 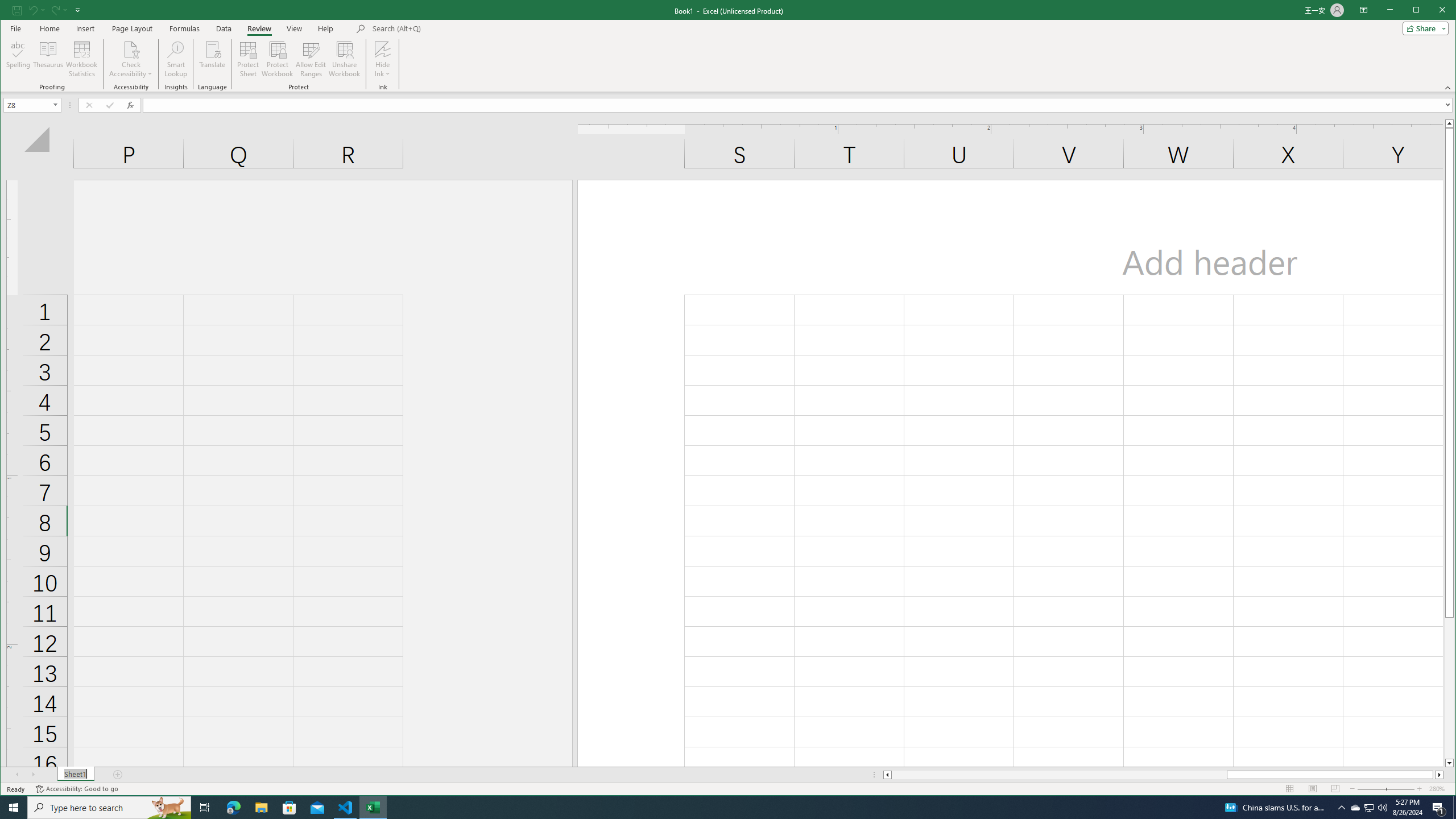 What do you see at coordinates (212, 59) in the screenshot?
I see `'Translate'` at bounding box center [212, 59].